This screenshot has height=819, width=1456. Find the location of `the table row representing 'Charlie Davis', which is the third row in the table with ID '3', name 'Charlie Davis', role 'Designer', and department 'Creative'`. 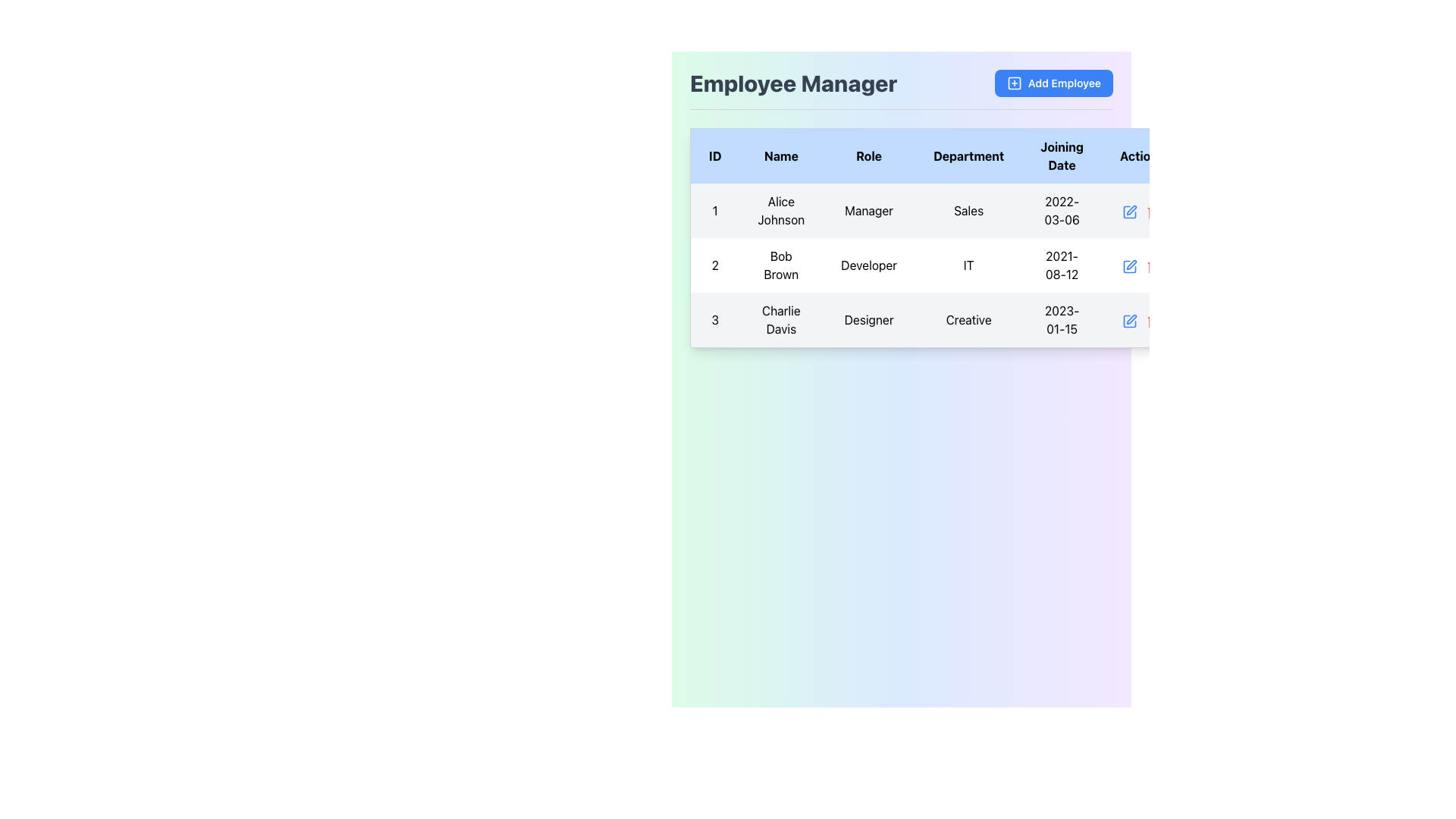

the table row representing 'Charlie Davis', which is the third row in the table with ID '3', name 'Charlie Davis', role 'Designer', and department 'Creative' is located at coordinates (936, 319).